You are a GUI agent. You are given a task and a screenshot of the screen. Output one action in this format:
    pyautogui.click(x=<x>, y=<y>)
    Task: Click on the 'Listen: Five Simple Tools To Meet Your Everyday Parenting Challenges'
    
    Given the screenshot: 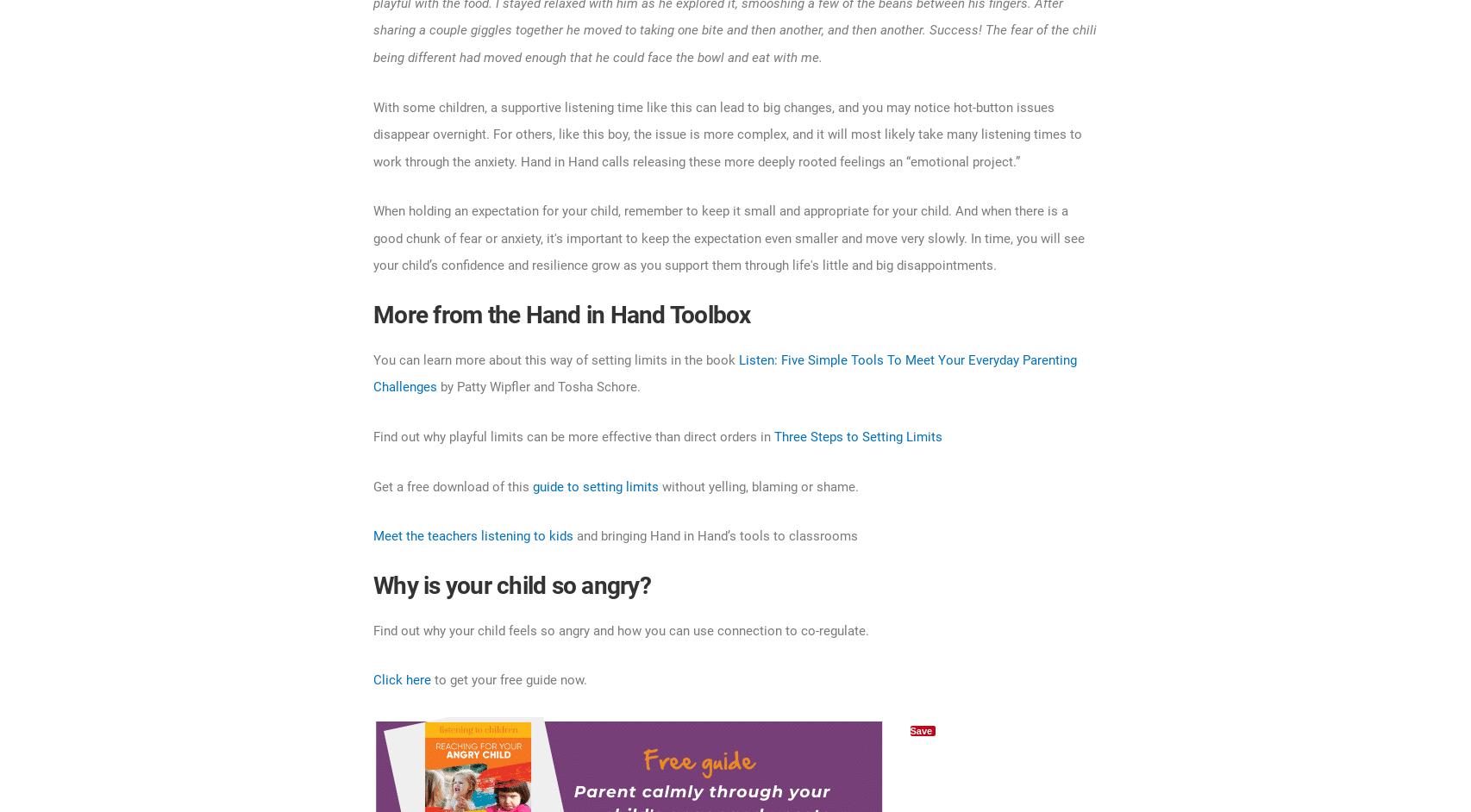 What is the action you would take?
    pyautogui.click(x=724, y=372)
    